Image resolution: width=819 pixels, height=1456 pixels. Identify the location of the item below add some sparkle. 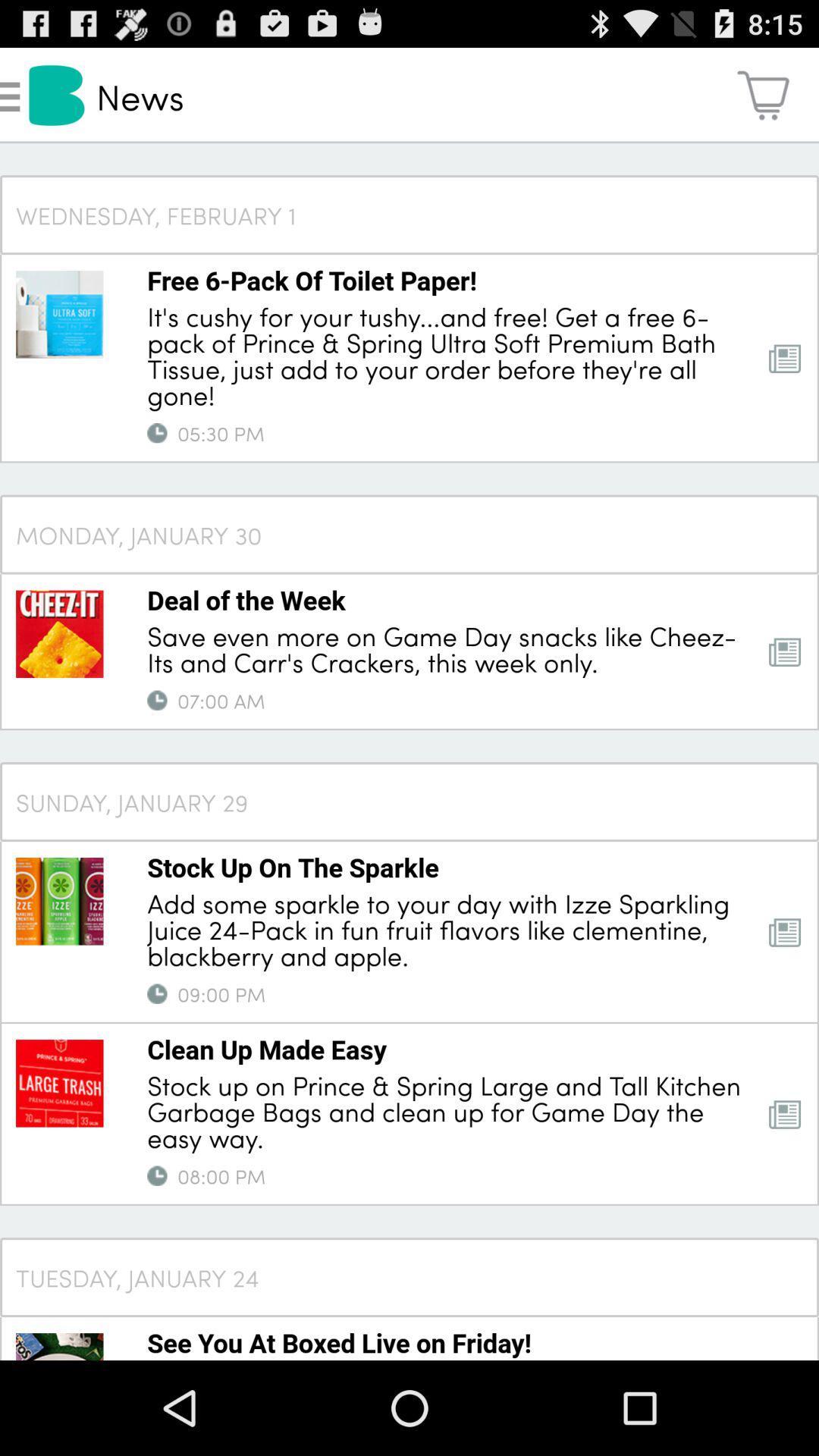
(157, 993).